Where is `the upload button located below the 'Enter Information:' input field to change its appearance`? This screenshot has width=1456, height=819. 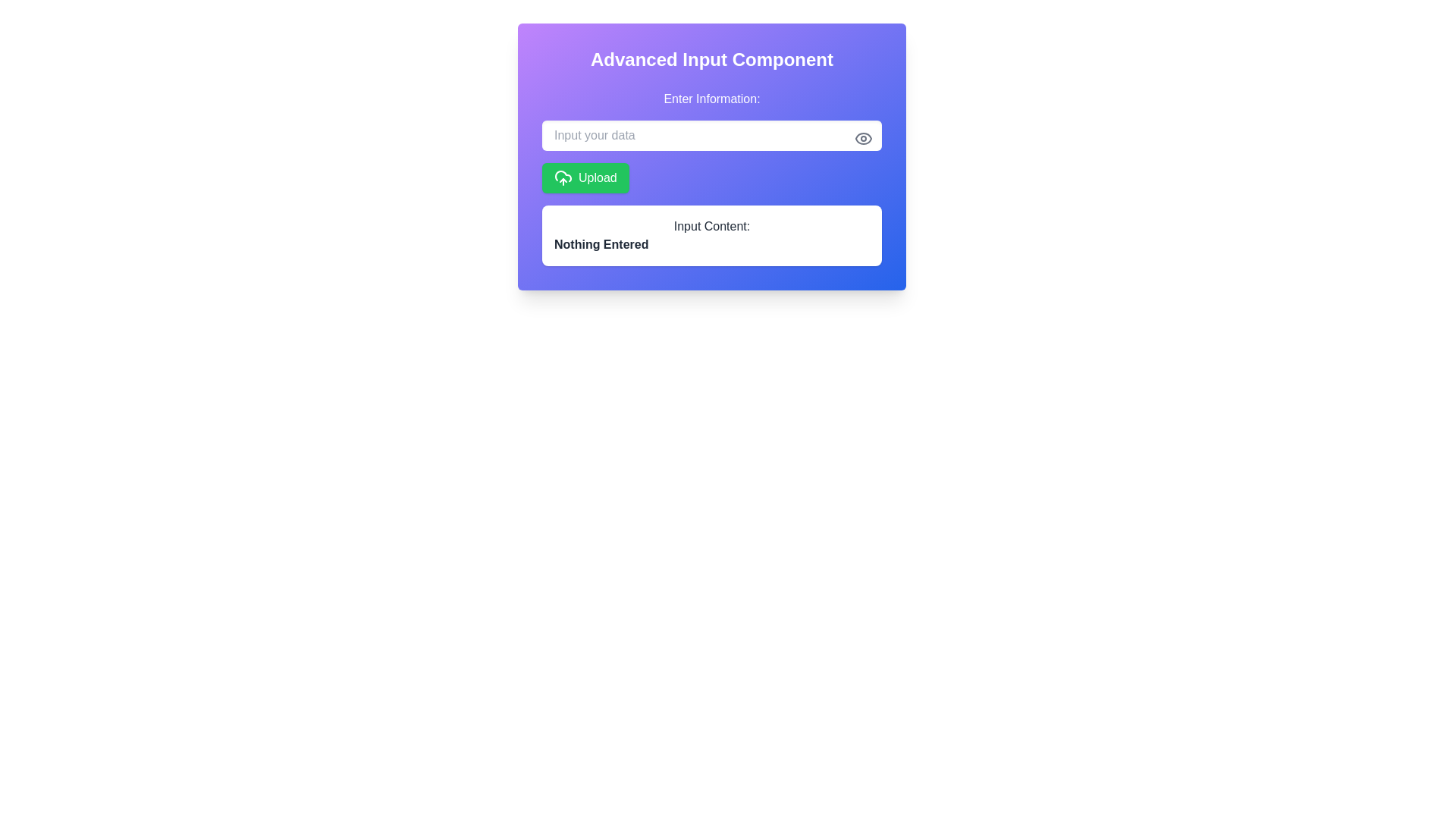 the upload button located below the 'Enter Information:' input field to change its appearance is located at coordinates (585, 177).